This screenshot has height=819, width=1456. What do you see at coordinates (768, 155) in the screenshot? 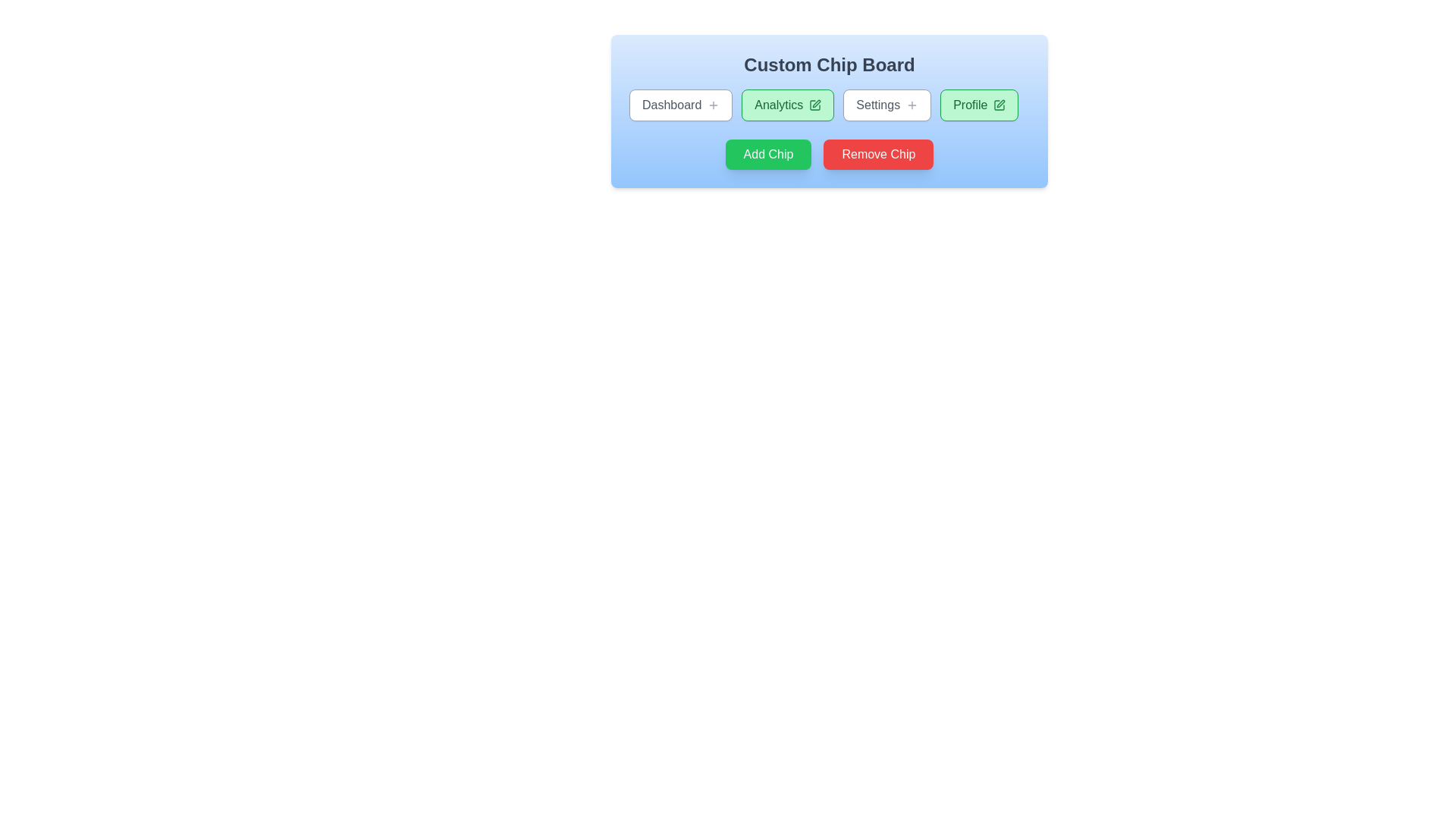
I see `'Add Chip' button to add a new chip` at bounding box center [768, 155].